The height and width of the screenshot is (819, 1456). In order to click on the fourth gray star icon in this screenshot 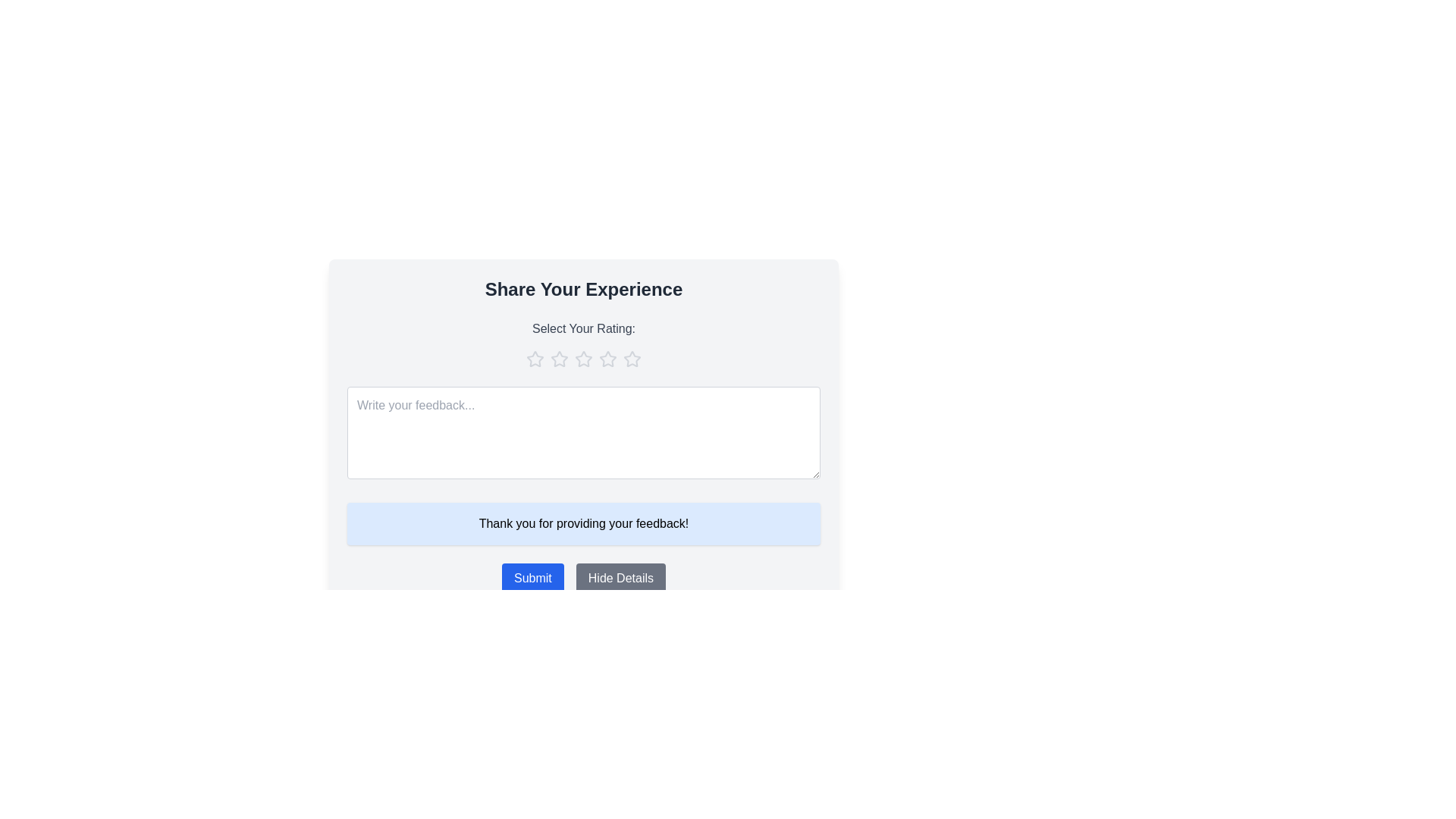, I will do `click(607, 359)`.